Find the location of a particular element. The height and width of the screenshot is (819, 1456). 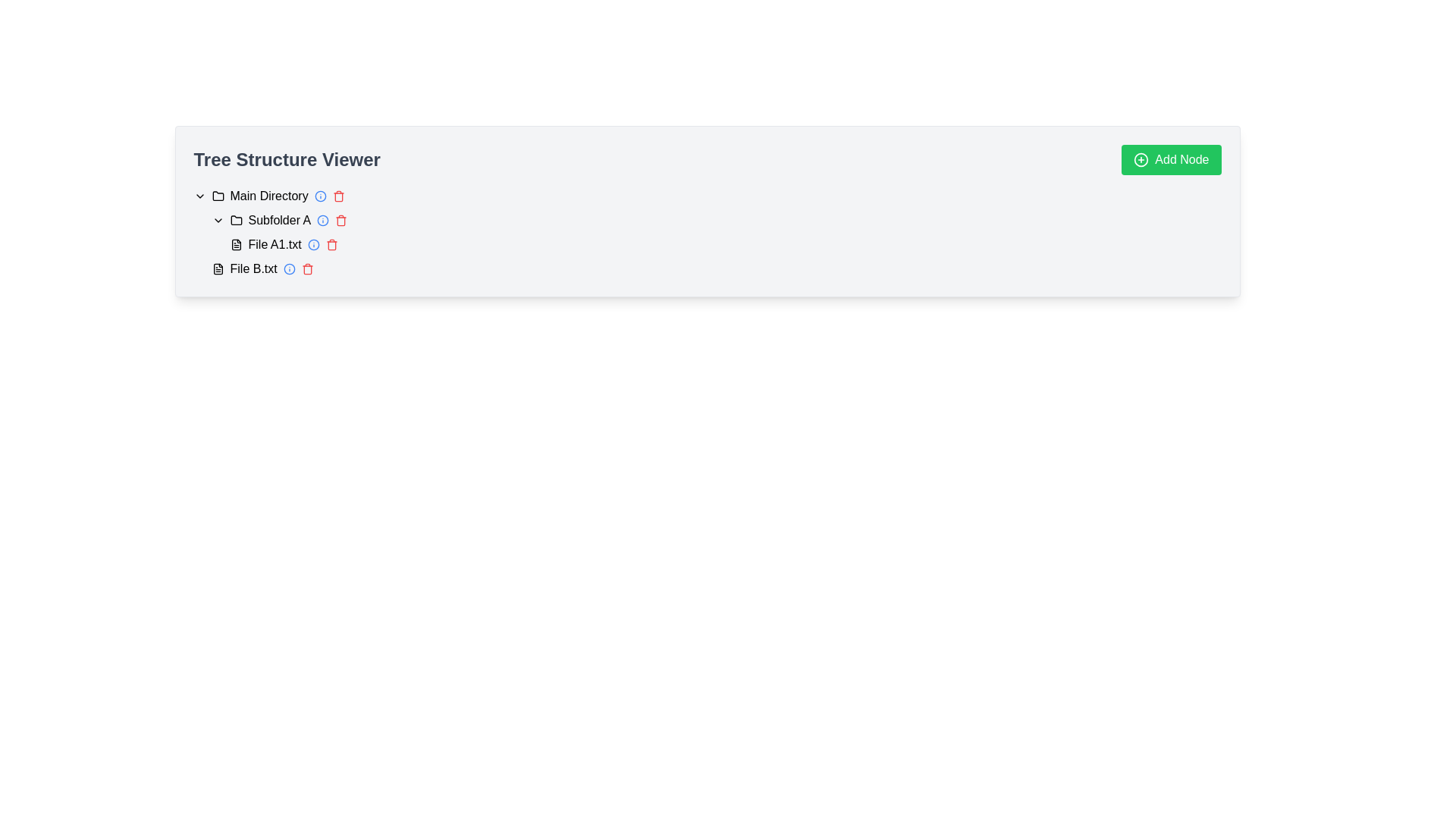

the static text label reading 'Subfolder A' located under the 'Main Directory' node in the tree-structured viewer interface is located at coordinates (279, 220).